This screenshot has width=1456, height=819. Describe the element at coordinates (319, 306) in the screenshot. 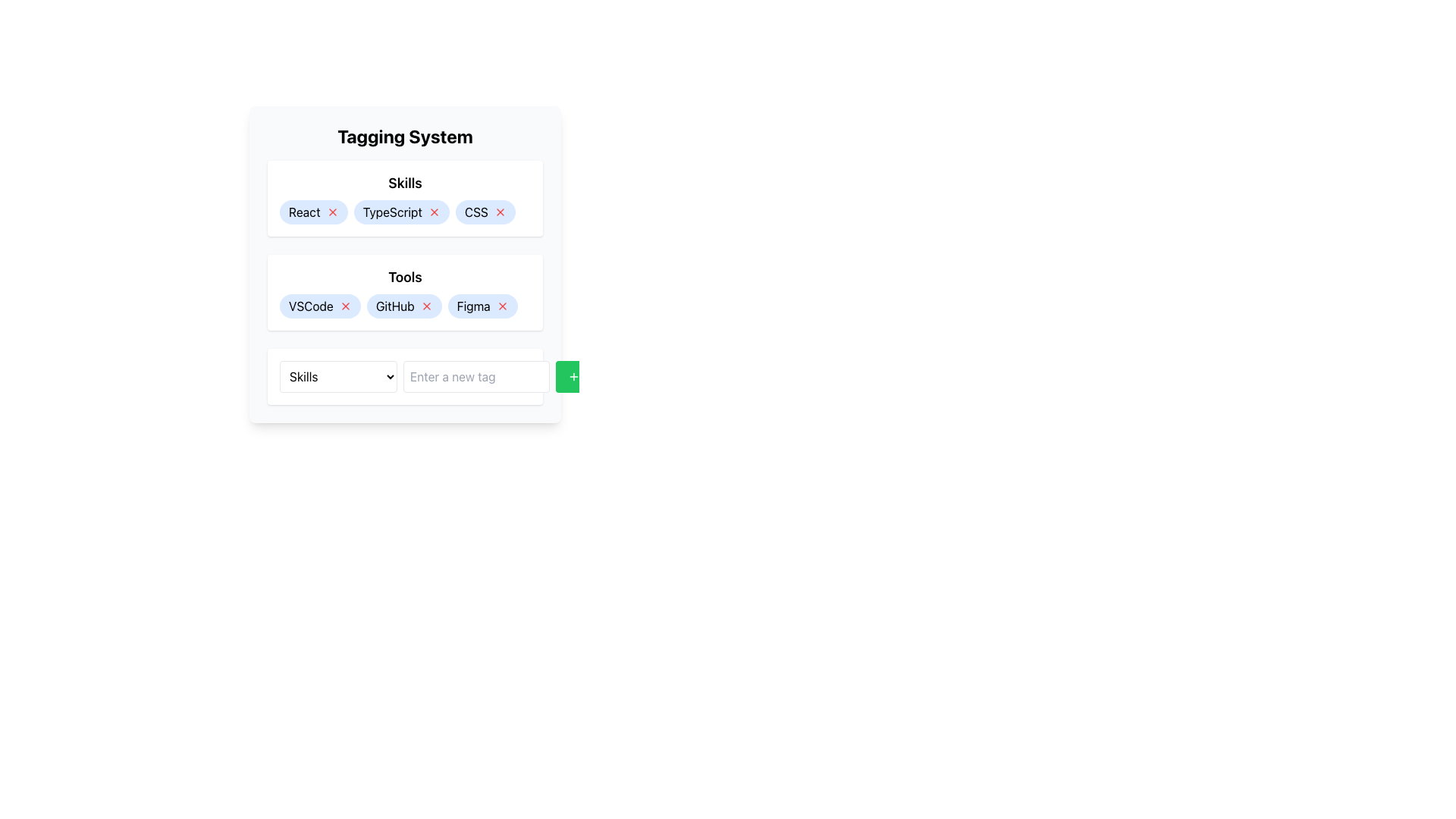

I see `the first tag with a remove button located in the 'Tools' section of the tagging interface` at that location.